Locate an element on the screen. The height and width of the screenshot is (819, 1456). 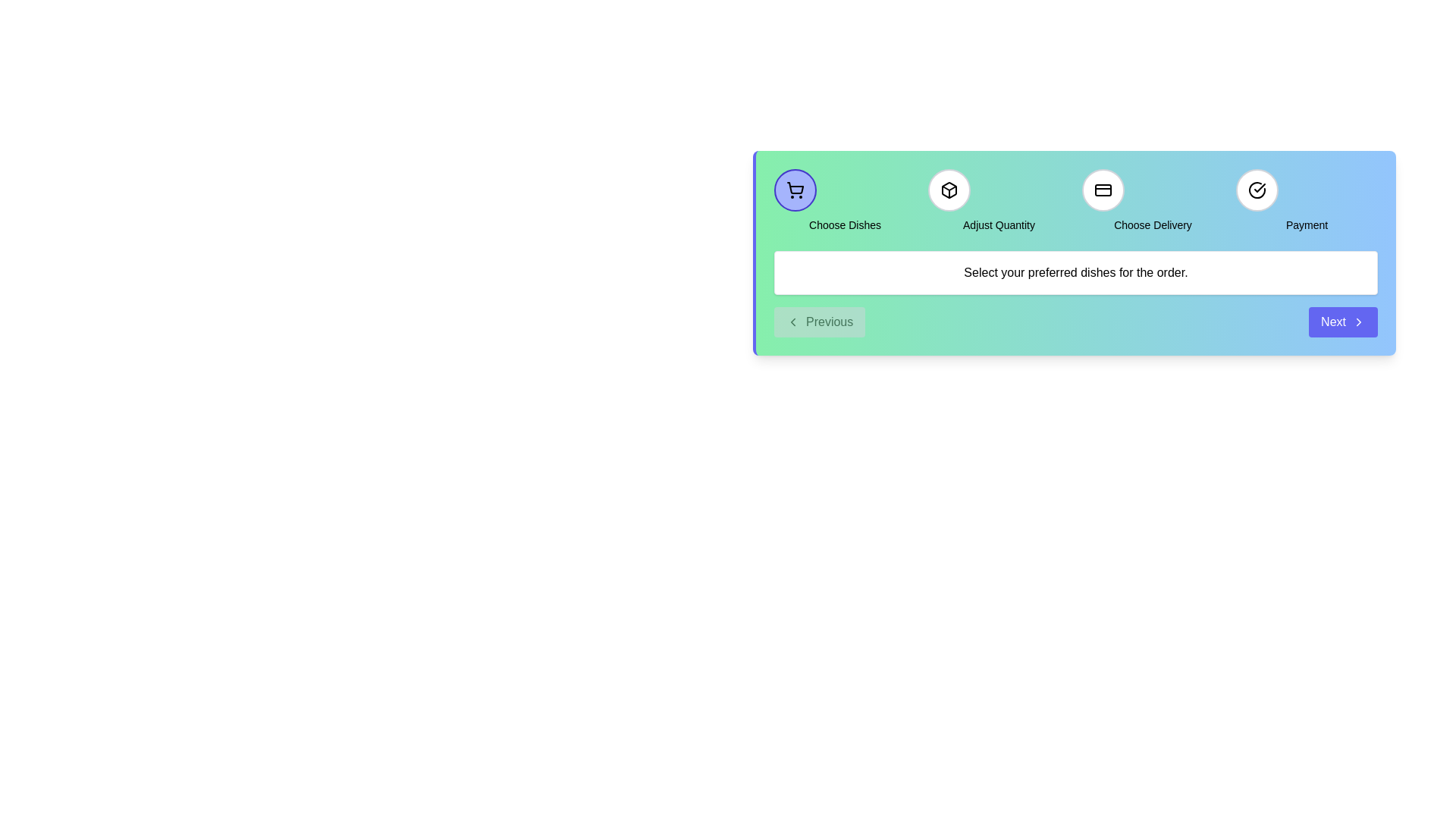
the chevron icon located inside the 'Previous' button in the bottom-left corner of the card interface is located at coordinates (792, 321).